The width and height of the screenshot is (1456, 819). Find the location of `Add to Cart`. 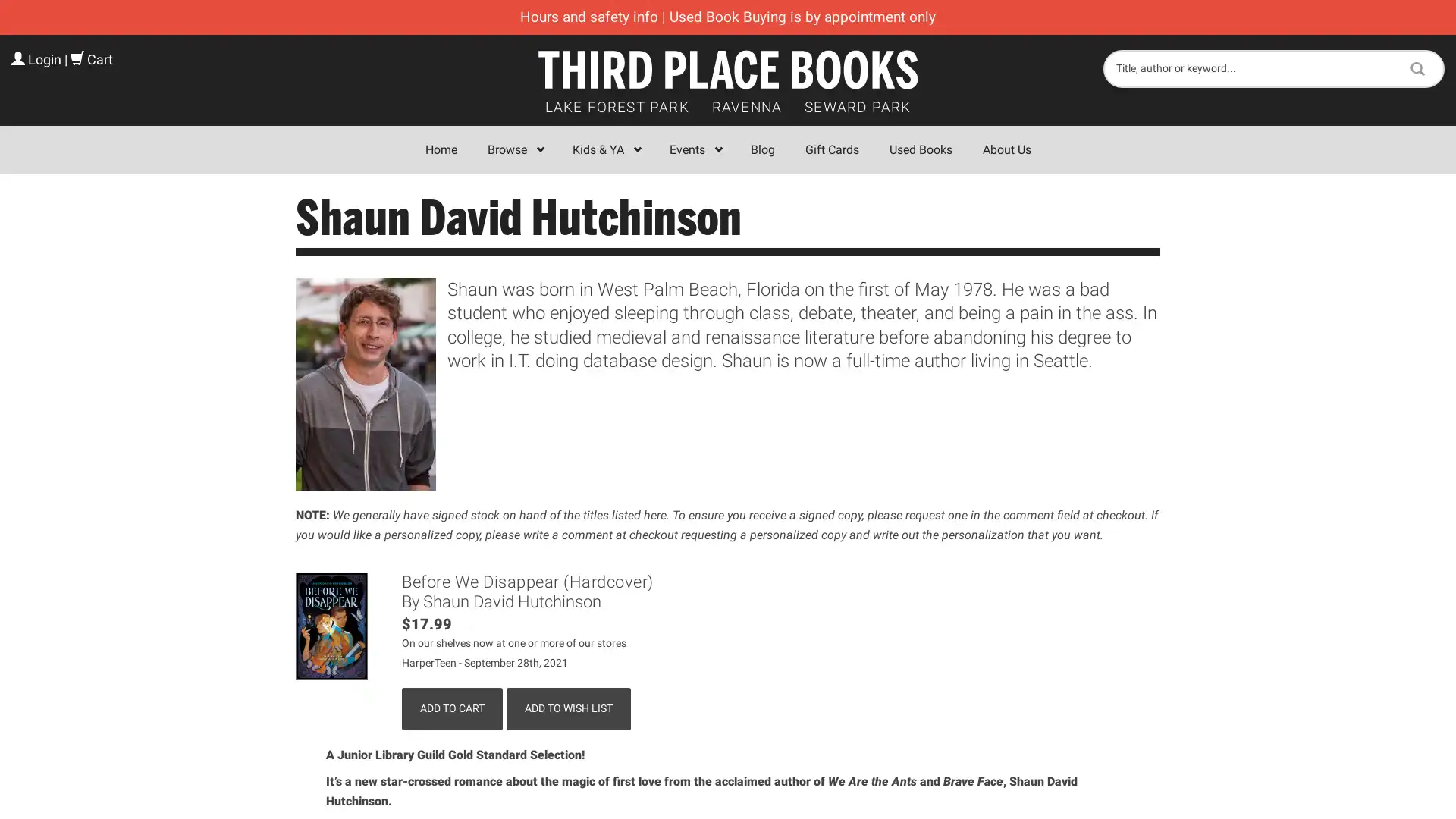

Add to Cart is located at coordinates (451, 708).